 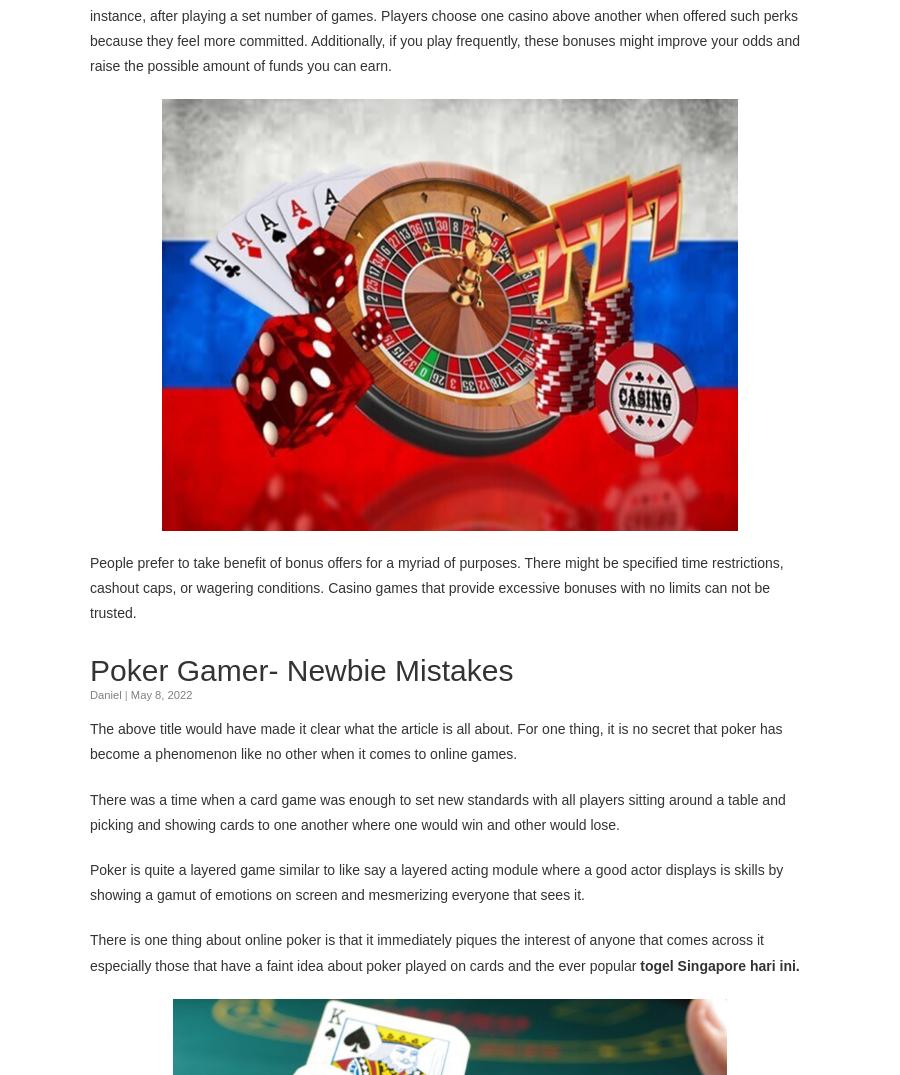 I want to click on 'There is one thing about online poker is that it immediately piques the interest of anyone that comes across it especially those that have a faint idea about poker played on cards and the ever popular', so click(x=89, y=951).